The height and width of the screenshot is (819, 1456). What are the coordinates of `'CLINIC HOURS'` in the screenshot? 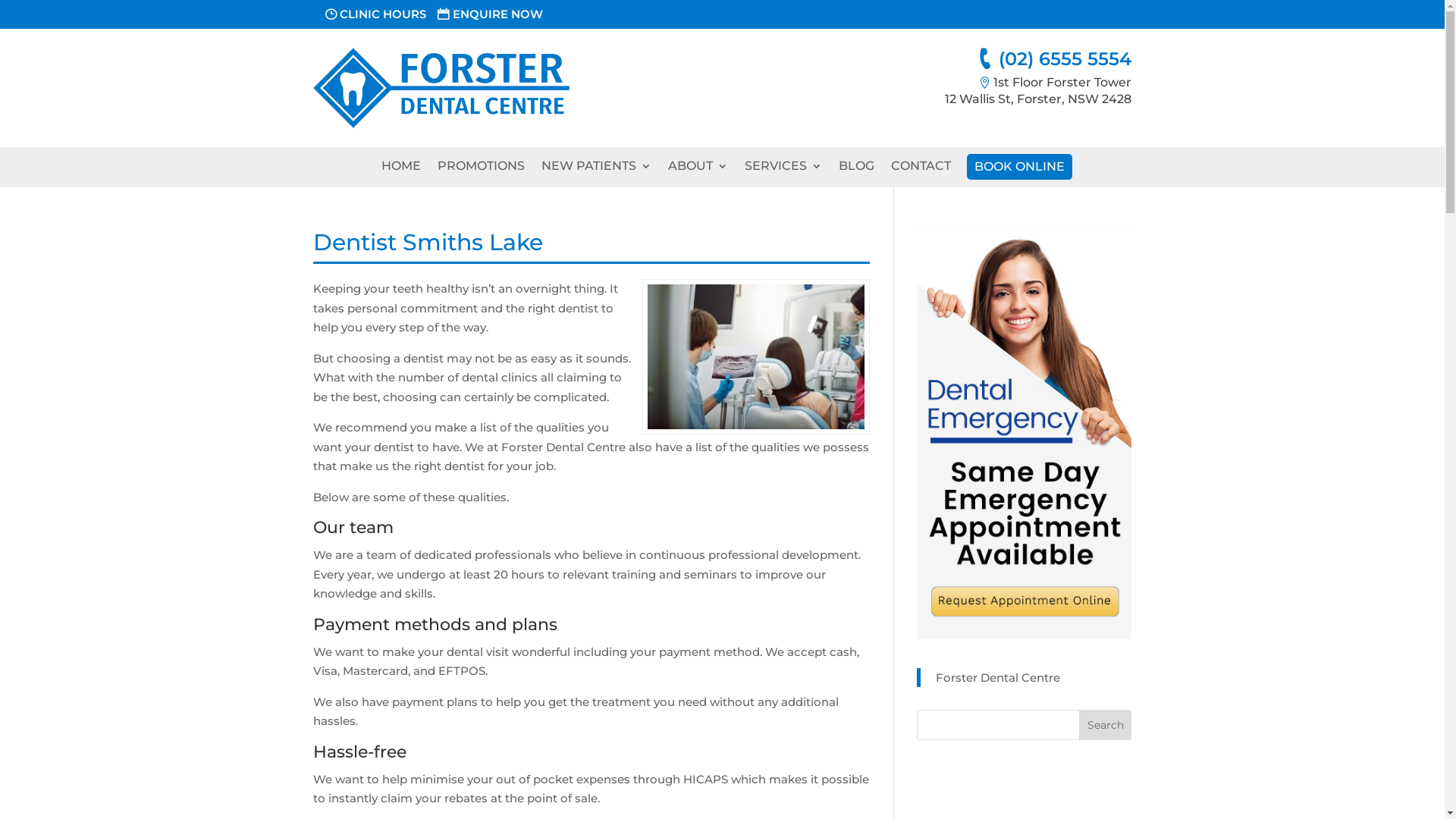 It's located at (375, 14).